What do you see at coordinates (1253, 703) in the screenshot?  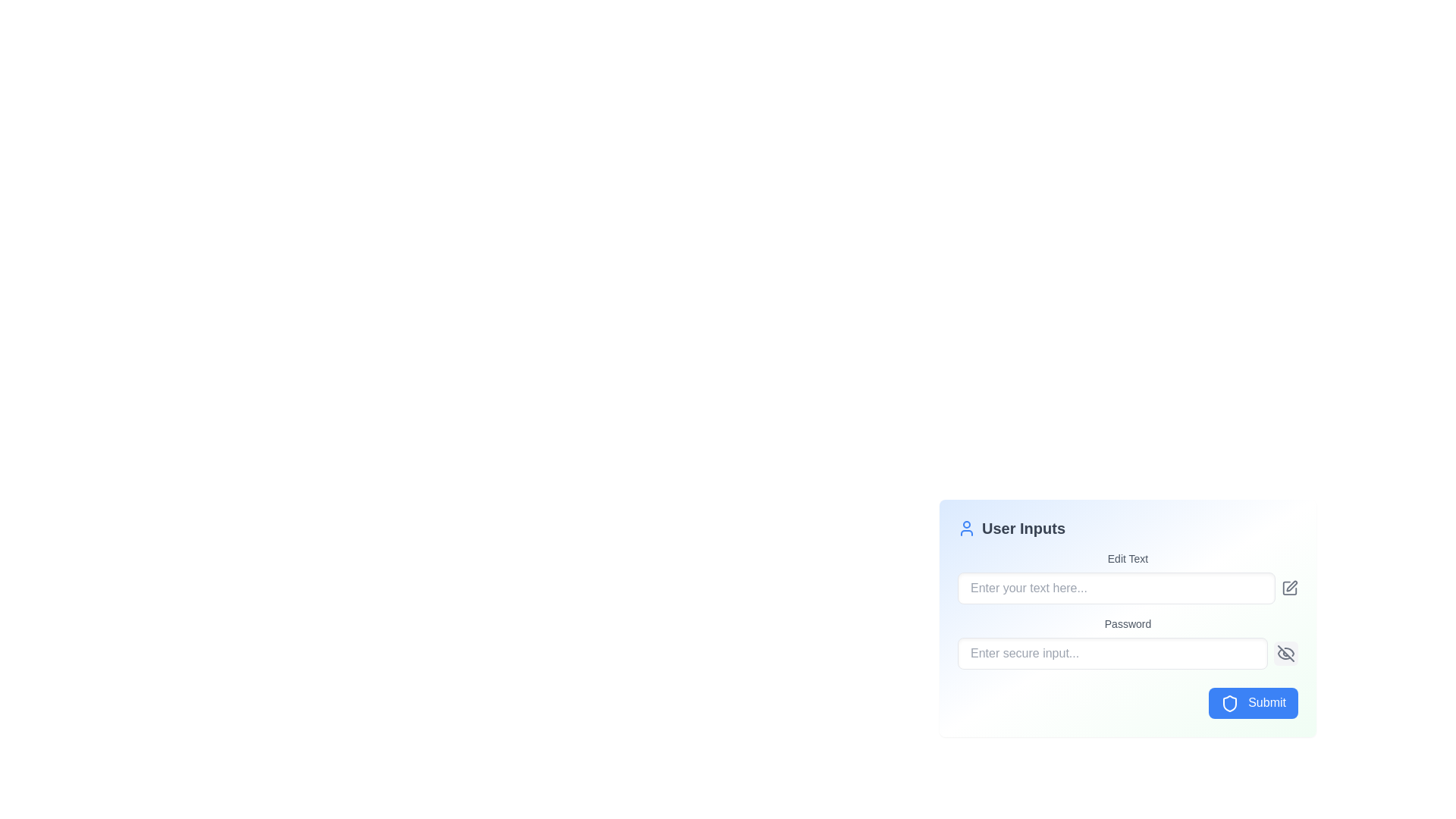 I see `the 'Submit' button with a blue background and shield icon located at the bottom-right corner of the 'User Inputs' panel` at bounding box center [1253, 703].